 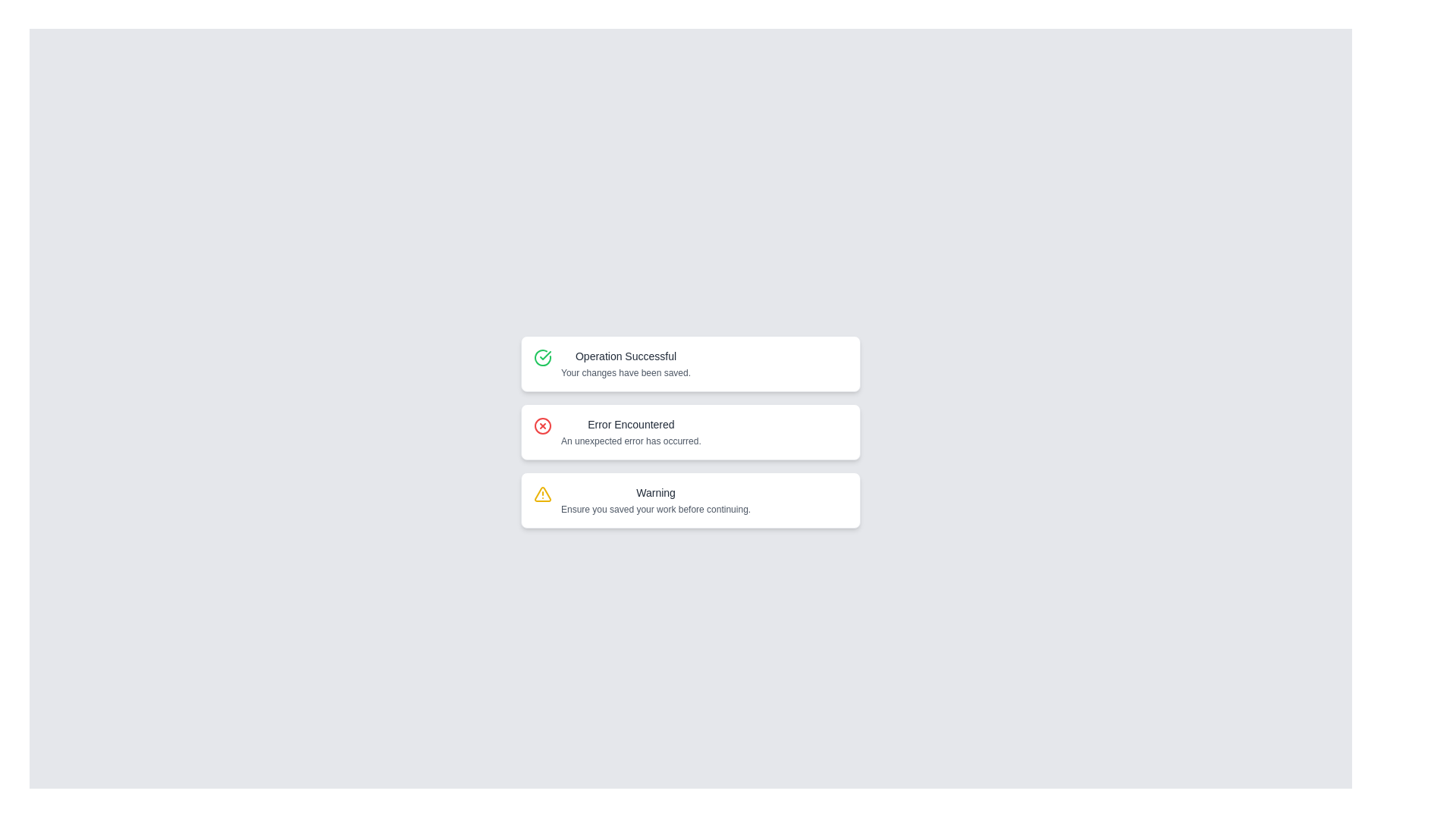 I want to click on the visual appearance of the small triangular warning icon with a yellow border, which is located at the bottom of the stack of status messages within the warning message card, so click(x=542, y=494).